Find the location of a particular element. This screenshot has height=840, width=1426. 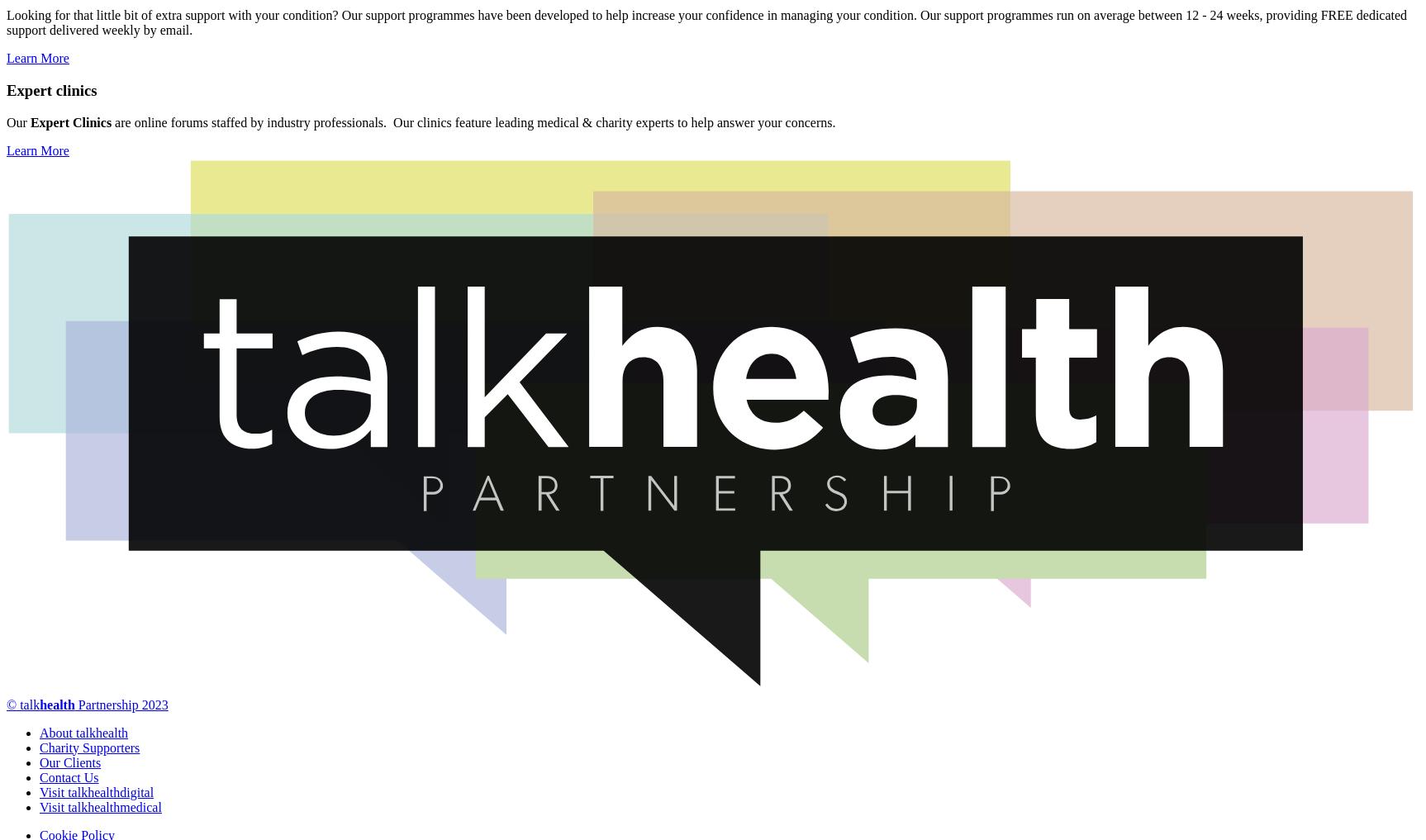

'Expert Clinics' is located at coordinates (70, 121).